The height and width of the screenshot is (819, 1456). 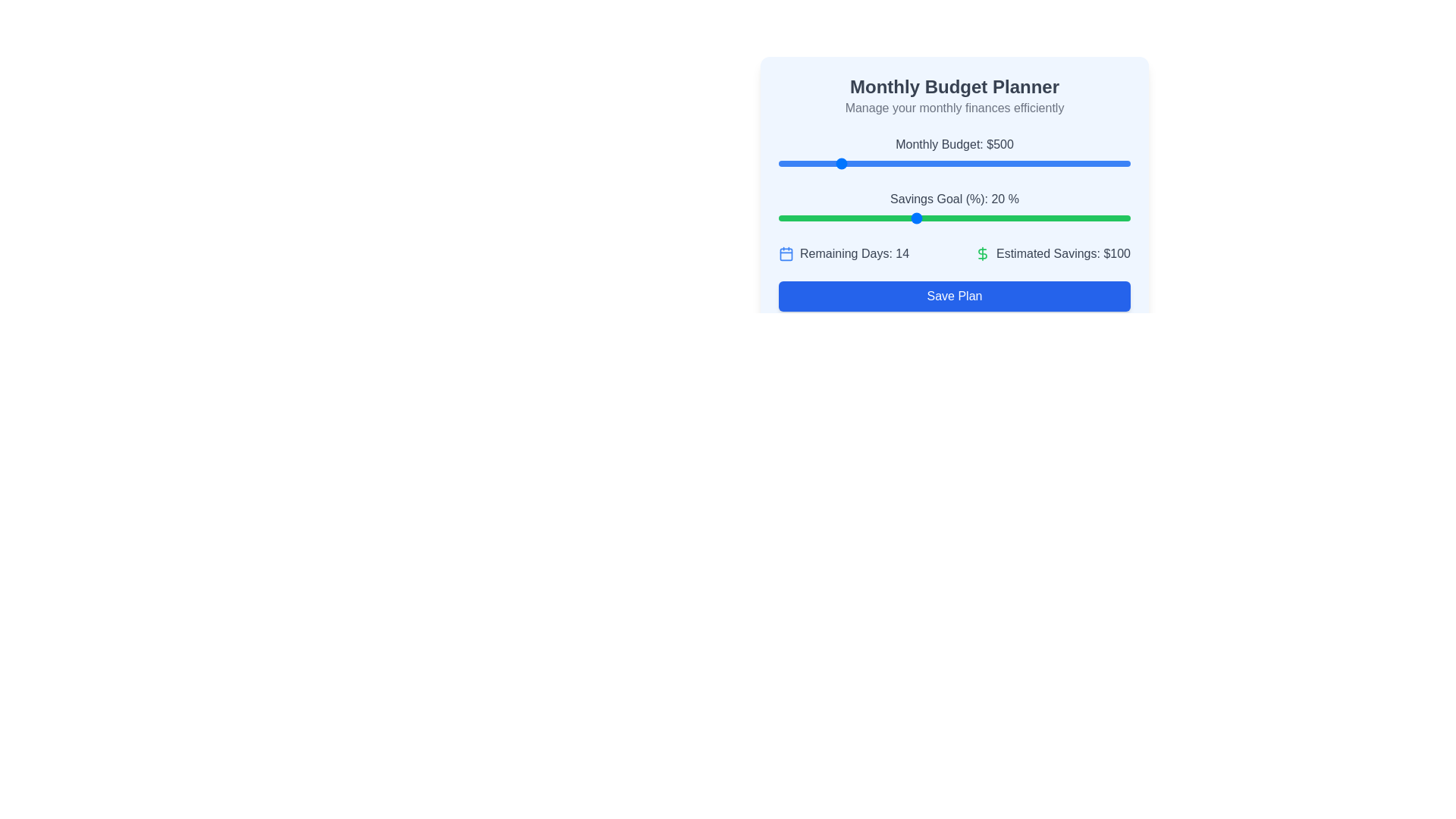 What do you see at coordinates (953, 180) in the screenshot?
I see `the values displayed in the labels above the interactive range sliders for the monthly budget and savings goal percentages, located centrally below the 'Monthly Budget Planner' text and above the 'Remaining Days: 14' and 'Estimated Savings: $100' text` at bounding box center [953, 180].